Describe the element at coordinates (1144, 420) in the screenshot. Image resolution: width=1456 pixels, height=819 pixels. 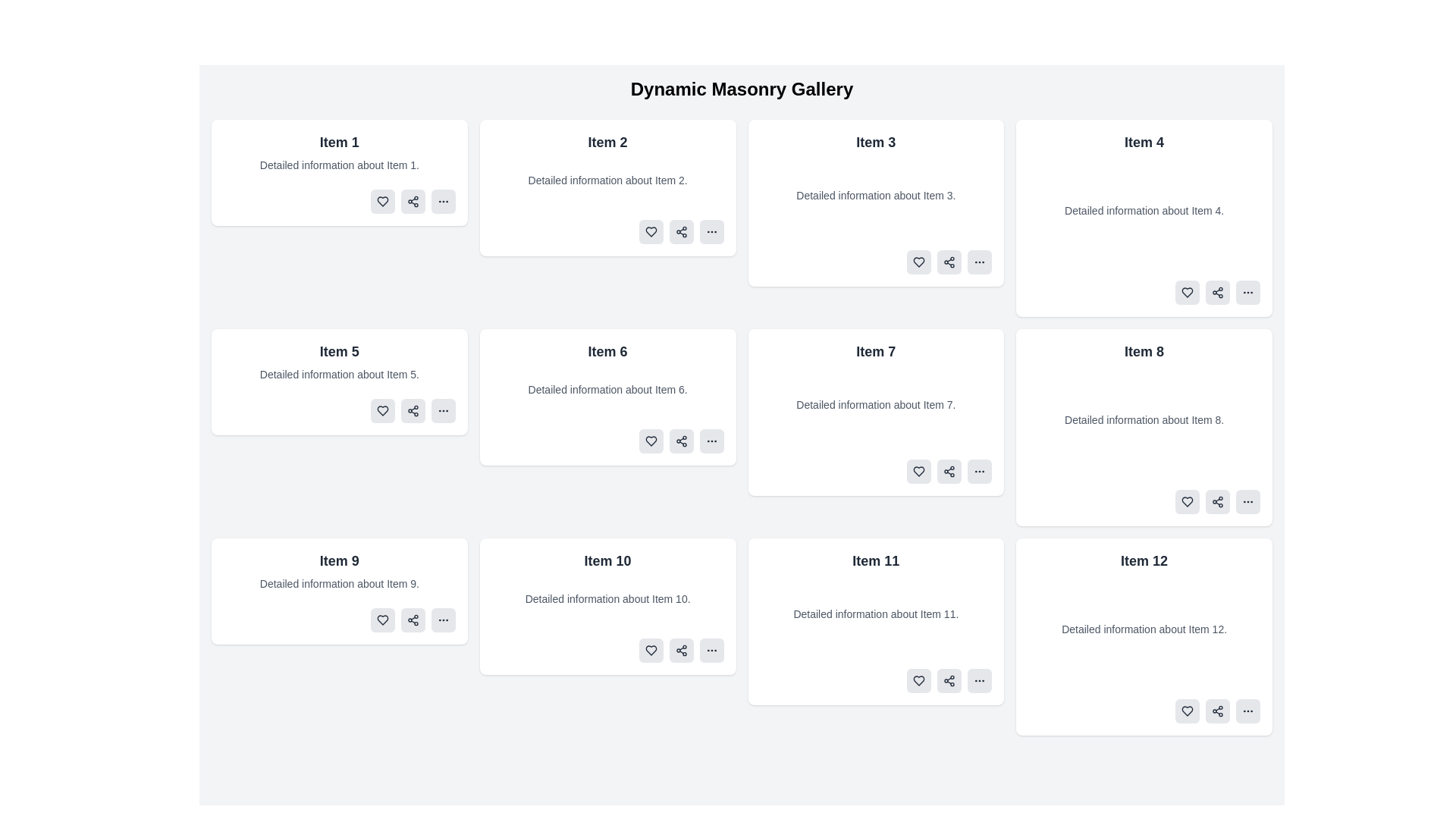
I see `the static text label that contains the text 'Detailed information about Item 8.', which is styled in a smaller muted gray font and located below the title 'Item 8'` at that location.